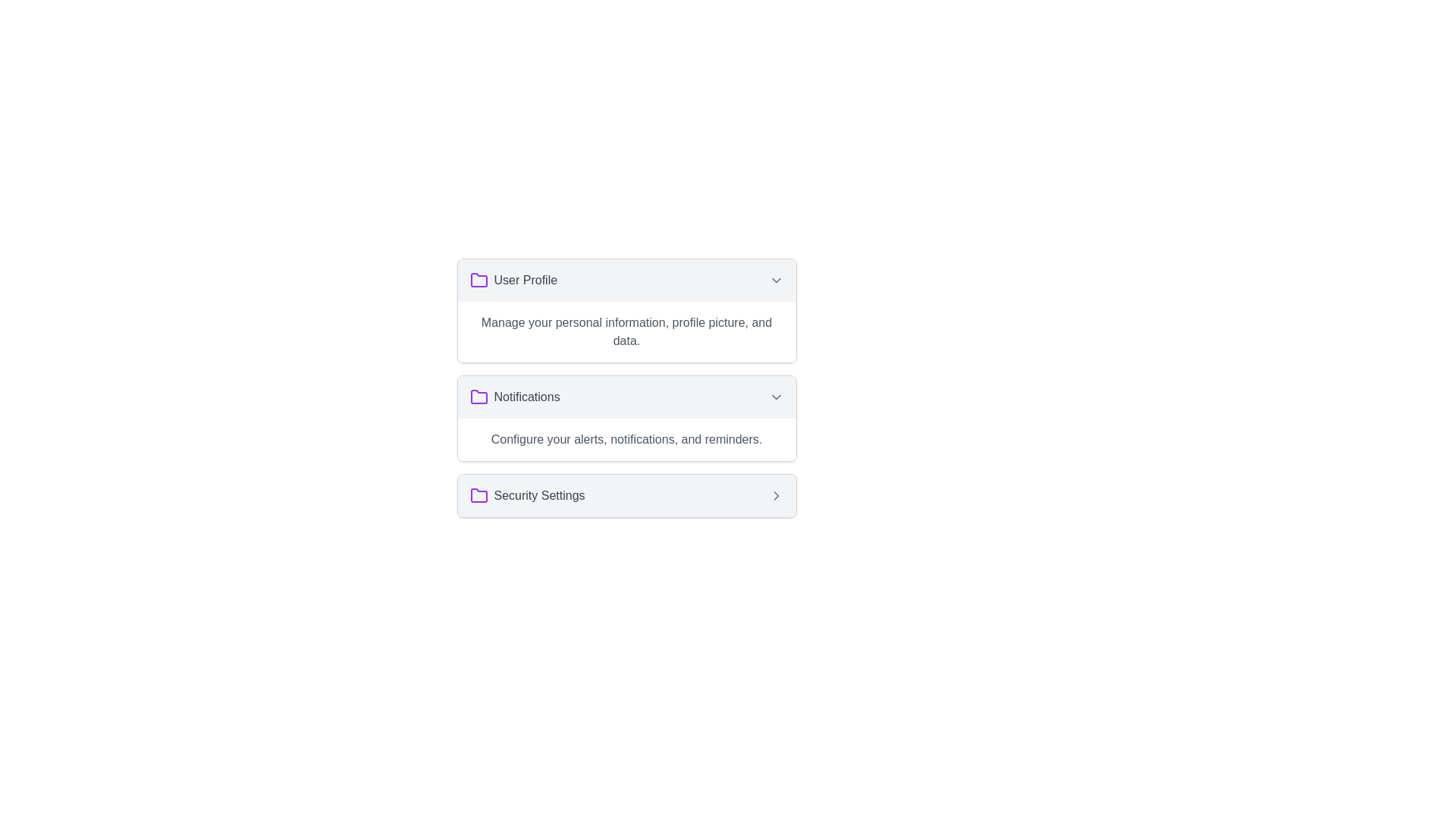 Image resolution: width=1456 pixels, height=819 pixels. I want to click on the right-facing chevron arrow icon in the 'Security Settings' section, so click(776, 496).